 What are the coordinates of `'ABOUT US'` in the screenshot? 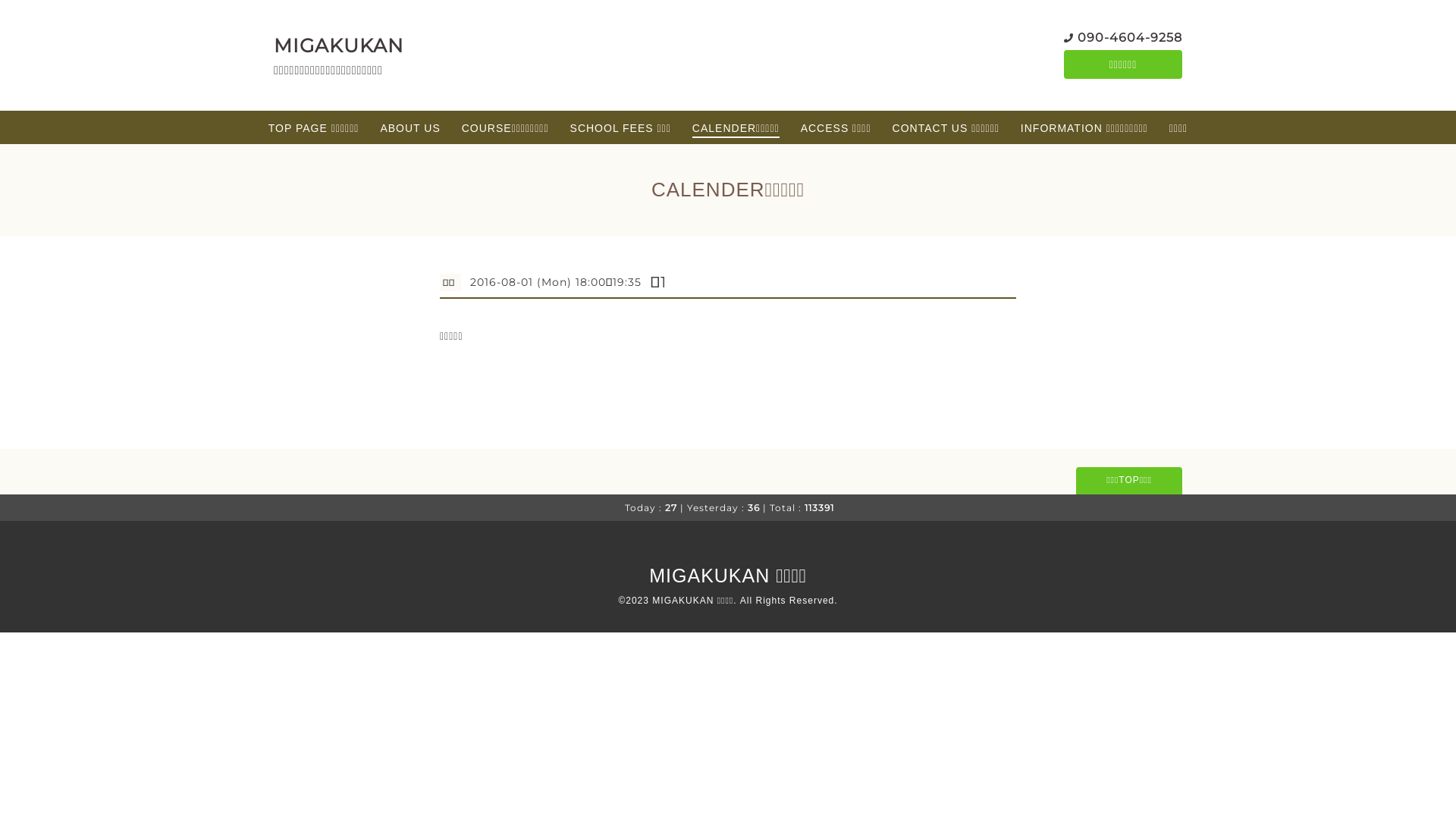 It's located at (379, 127).